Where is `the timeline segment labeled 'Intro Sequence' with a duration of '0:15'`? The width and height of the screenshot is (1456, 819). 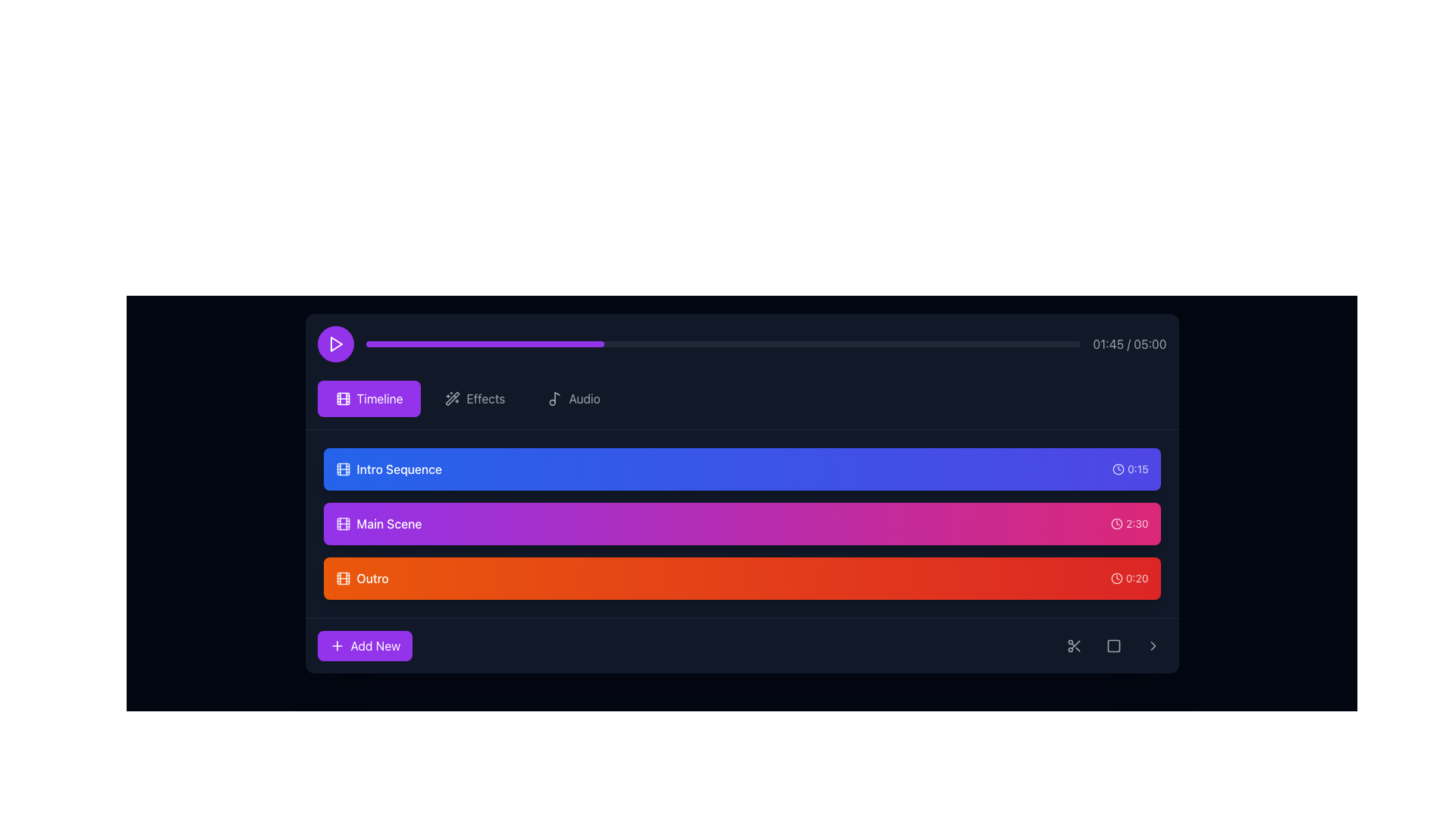 the timeline segment labeled 'Intro Sequence' with a duration of '0:15' is located at coordinates (742, 468).